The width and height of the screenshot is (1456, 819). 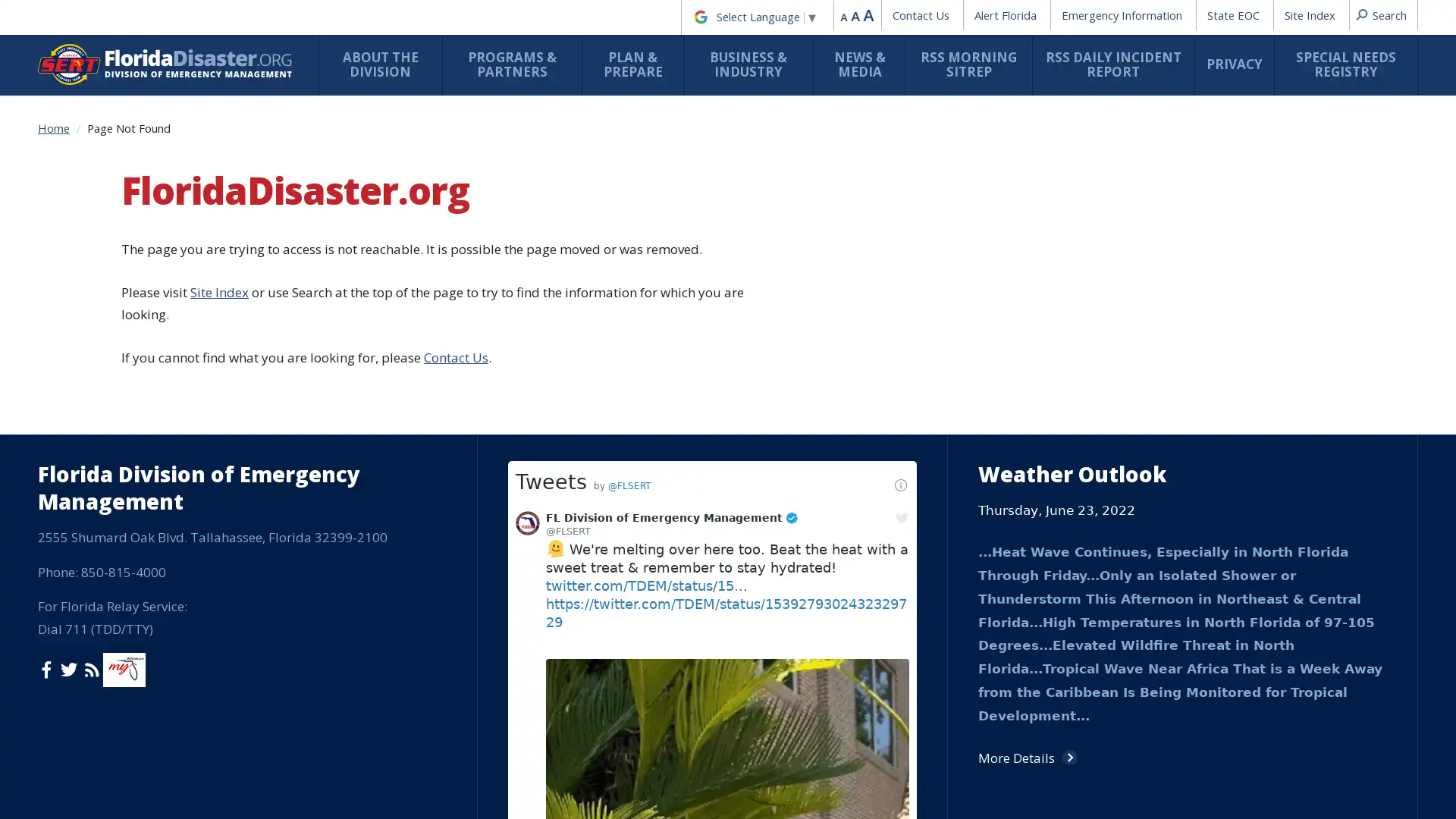 What do you see at coordinates (607, 159) in the screenshot?
I see `Toggle More` at bounding box center [607, 159].